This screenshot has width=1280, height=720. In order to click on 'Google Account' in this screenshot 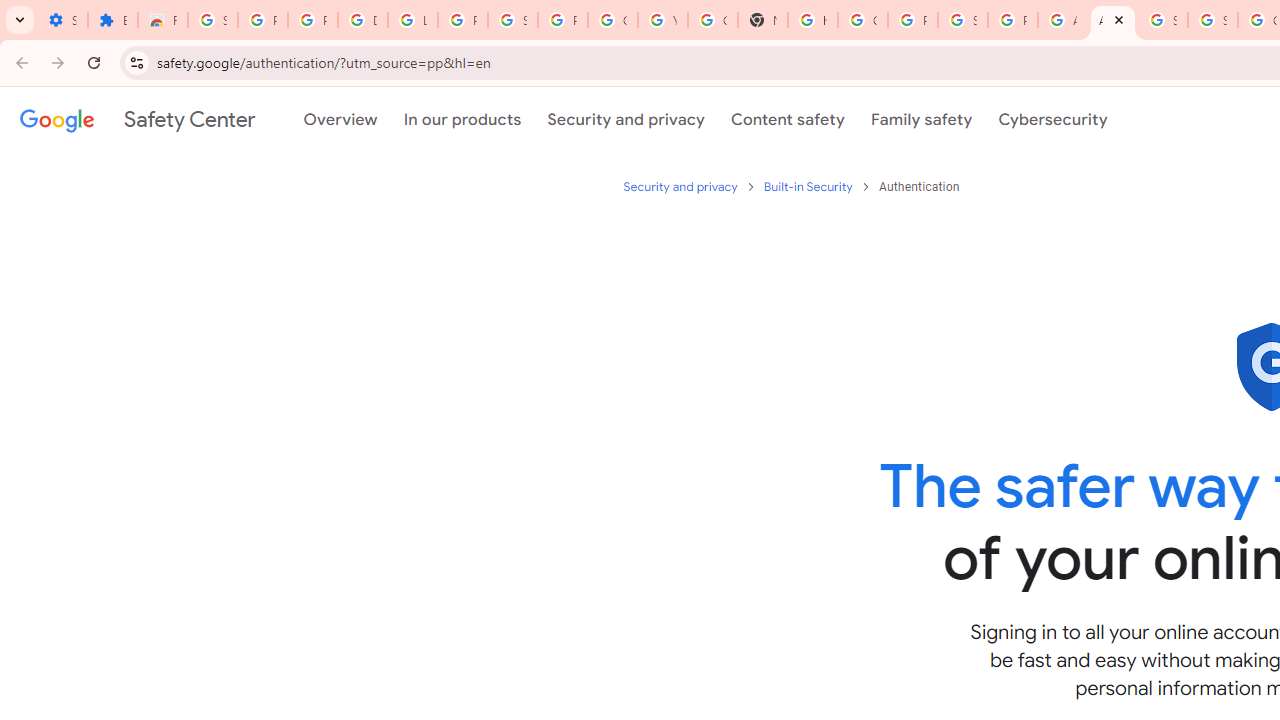, I will do `click(611, 20)`.